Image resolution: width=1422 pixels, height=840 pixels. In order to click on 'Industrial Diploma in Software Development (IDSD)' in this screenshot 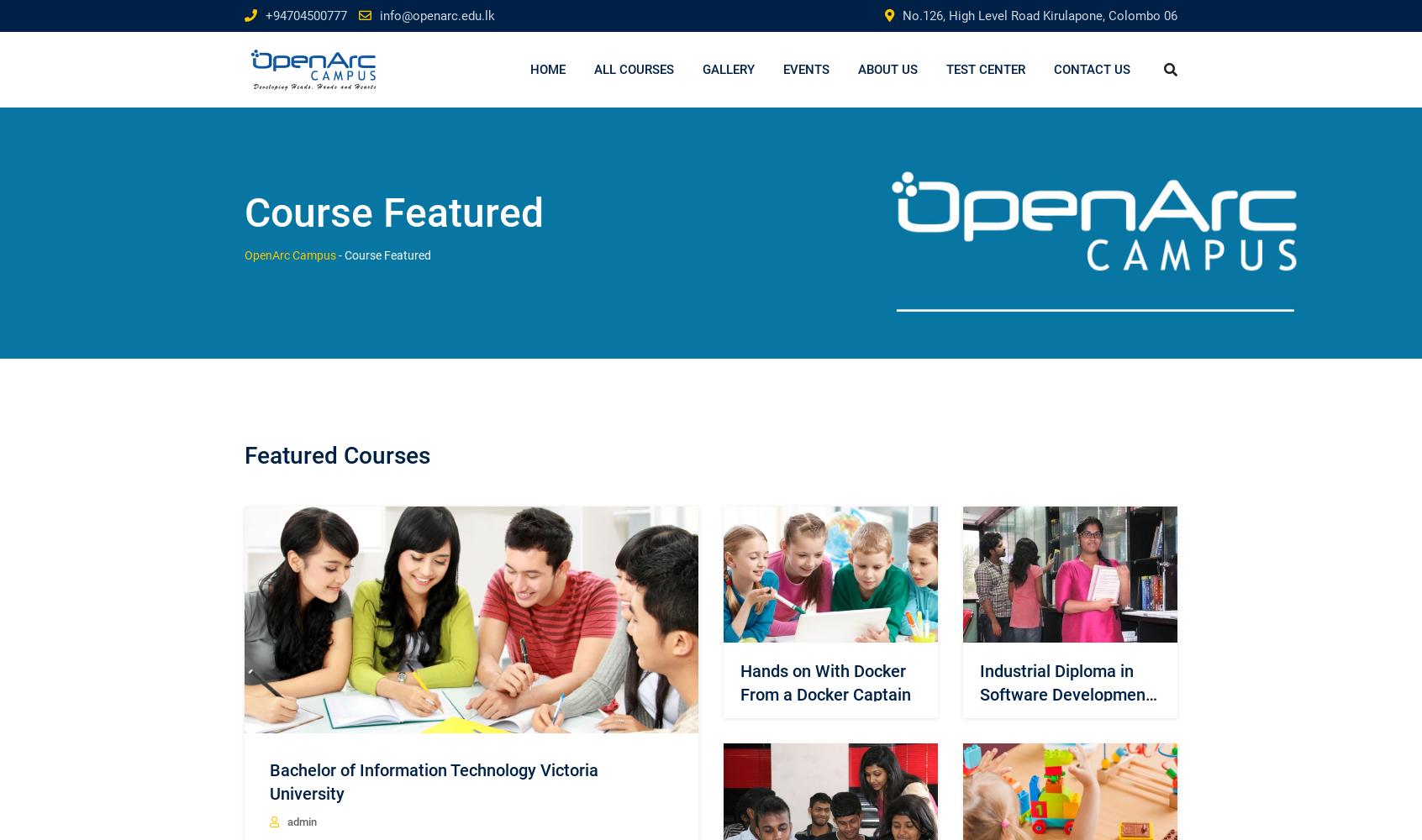, I will do `click(978, 693)`.